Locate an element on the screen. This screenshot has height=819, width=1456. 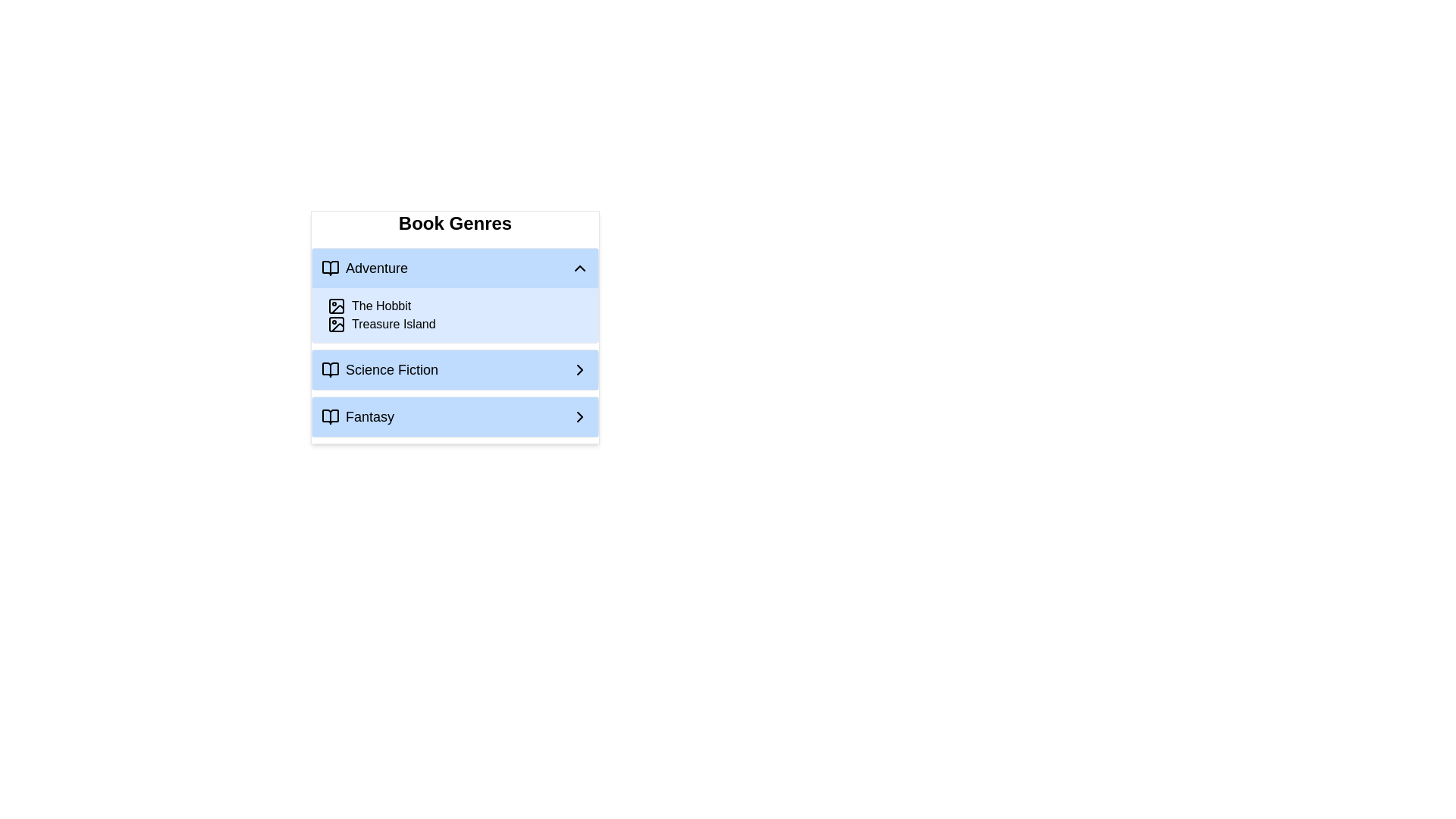
the right-pointing chevron icon located at the far-right side of the 'Fantasy' row in the 'Book Genres' list is located at coordinates (579, 417).